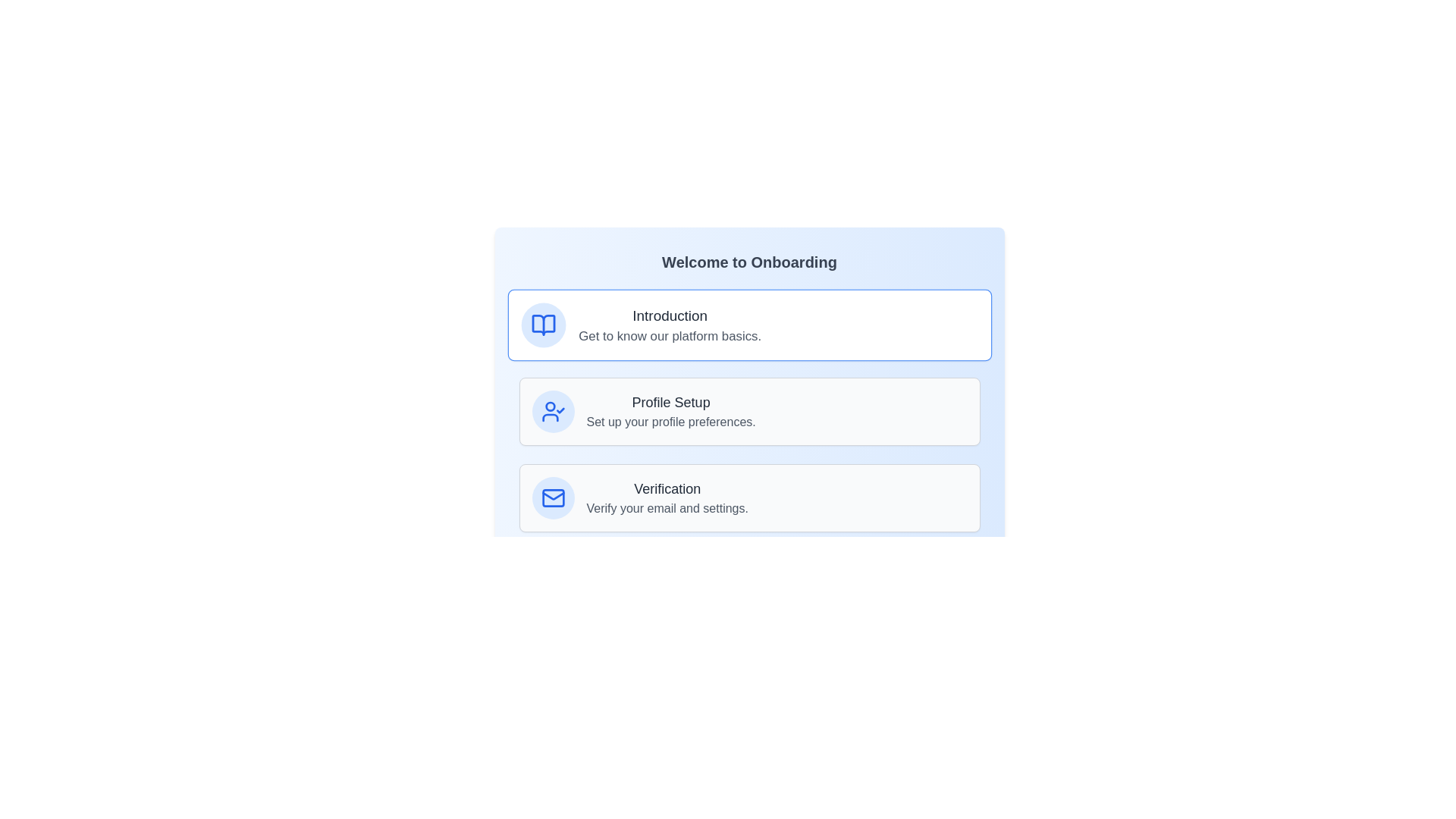 The width and height of the screenshot is (1456, 819). Describe the element at coordinates (670, 412) in the screenshot. I see `the 'Profile Setup' text block, which contains the title 'Profile Setup' in bold and the subtitle 'Set up your profile preferences.'` at that location.